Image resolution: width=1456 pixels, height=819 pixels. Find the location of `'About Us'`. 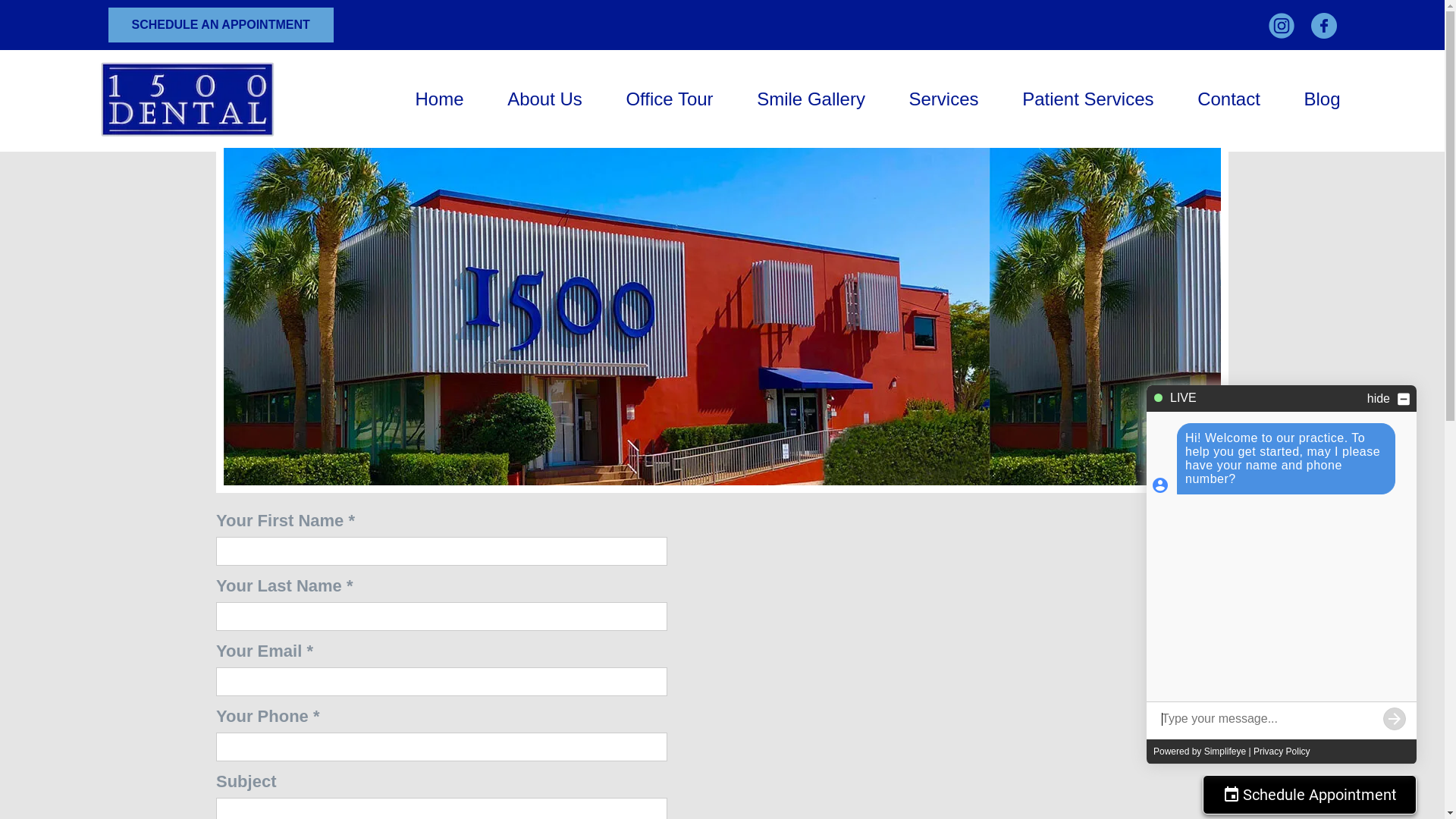

'About Us' is located at coordinates (544, 99).